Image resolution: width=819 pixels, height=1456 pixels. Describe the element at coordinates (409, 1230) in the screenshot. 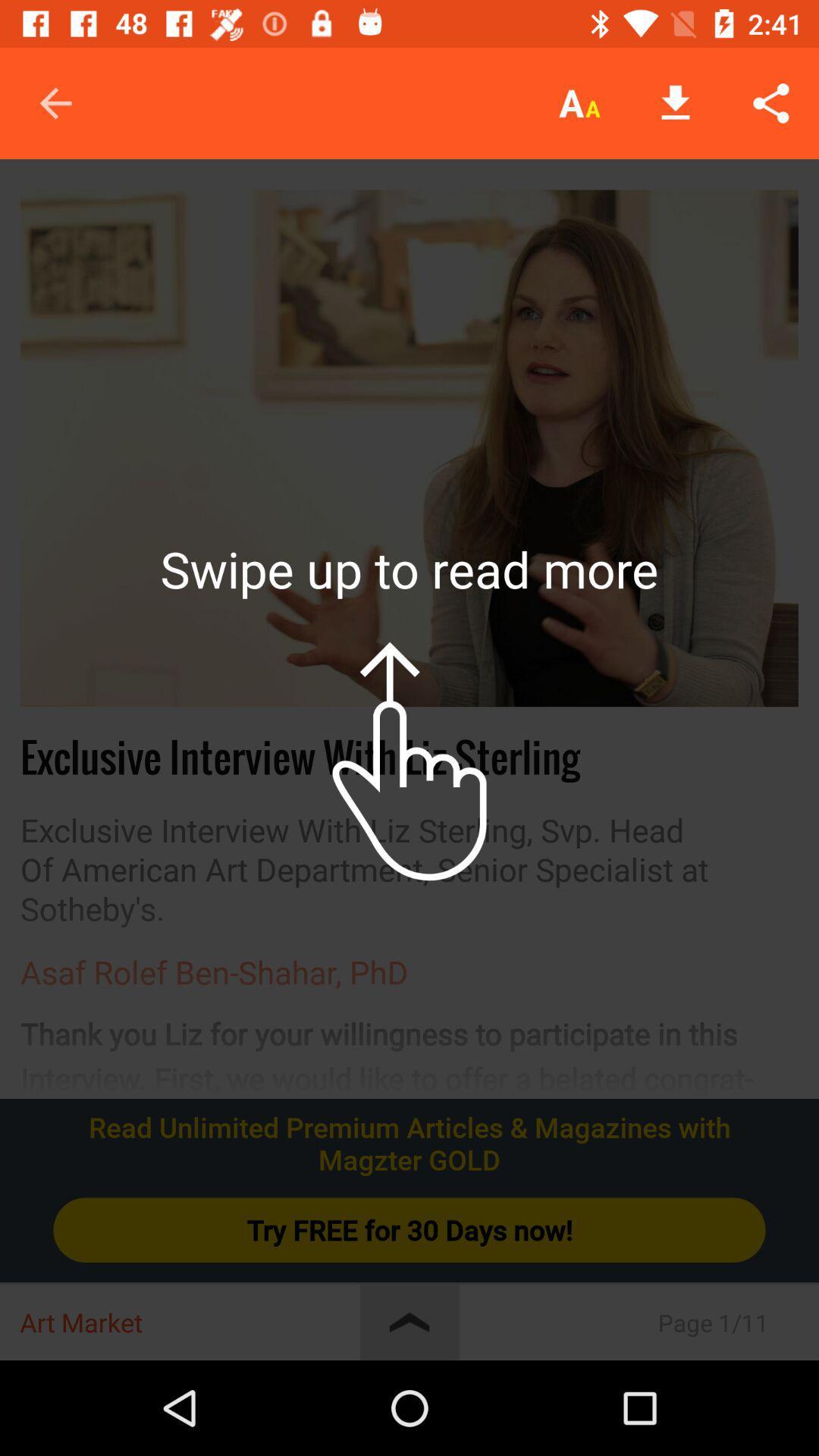

I see `the try free for icon` at that location.